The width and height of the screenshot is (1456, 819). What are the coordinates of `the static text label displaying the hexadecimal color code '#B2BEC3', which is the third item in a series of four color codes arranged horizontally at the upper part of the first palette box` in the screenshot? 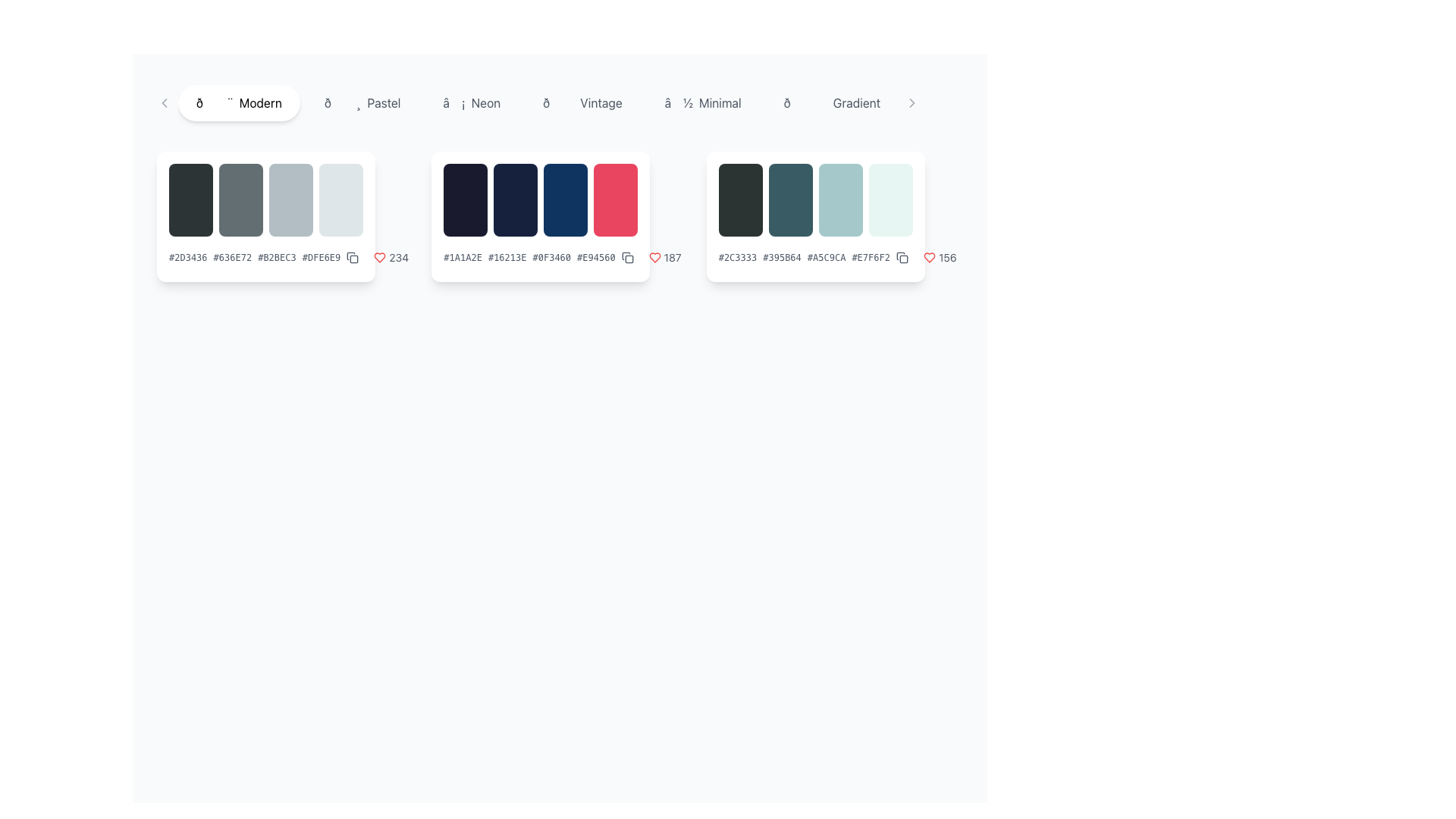 It's located at (277, 256).